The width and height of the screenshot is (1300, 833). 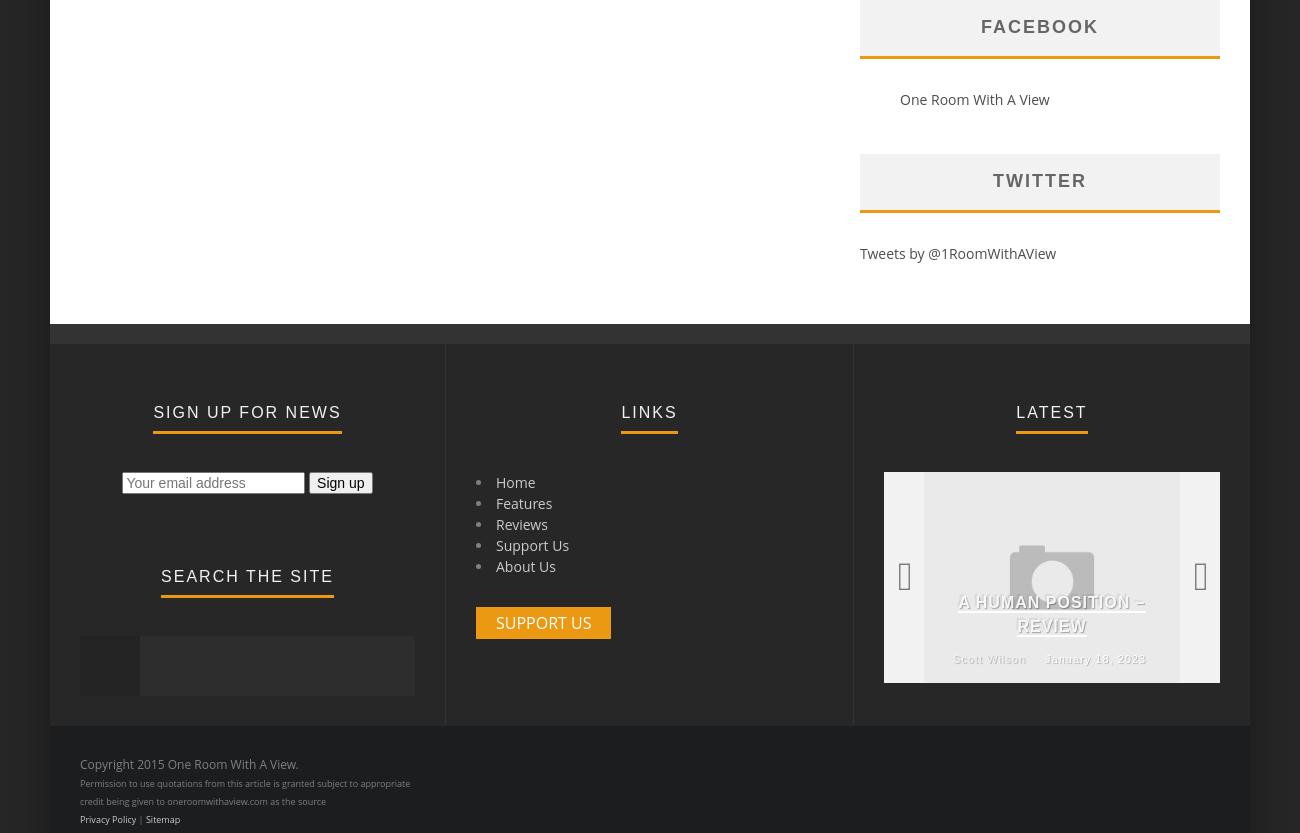 What do you see at coordinates (974, 98) in the screenshot?
I see `'One Room With A View'` at bounding box center [974, 98].